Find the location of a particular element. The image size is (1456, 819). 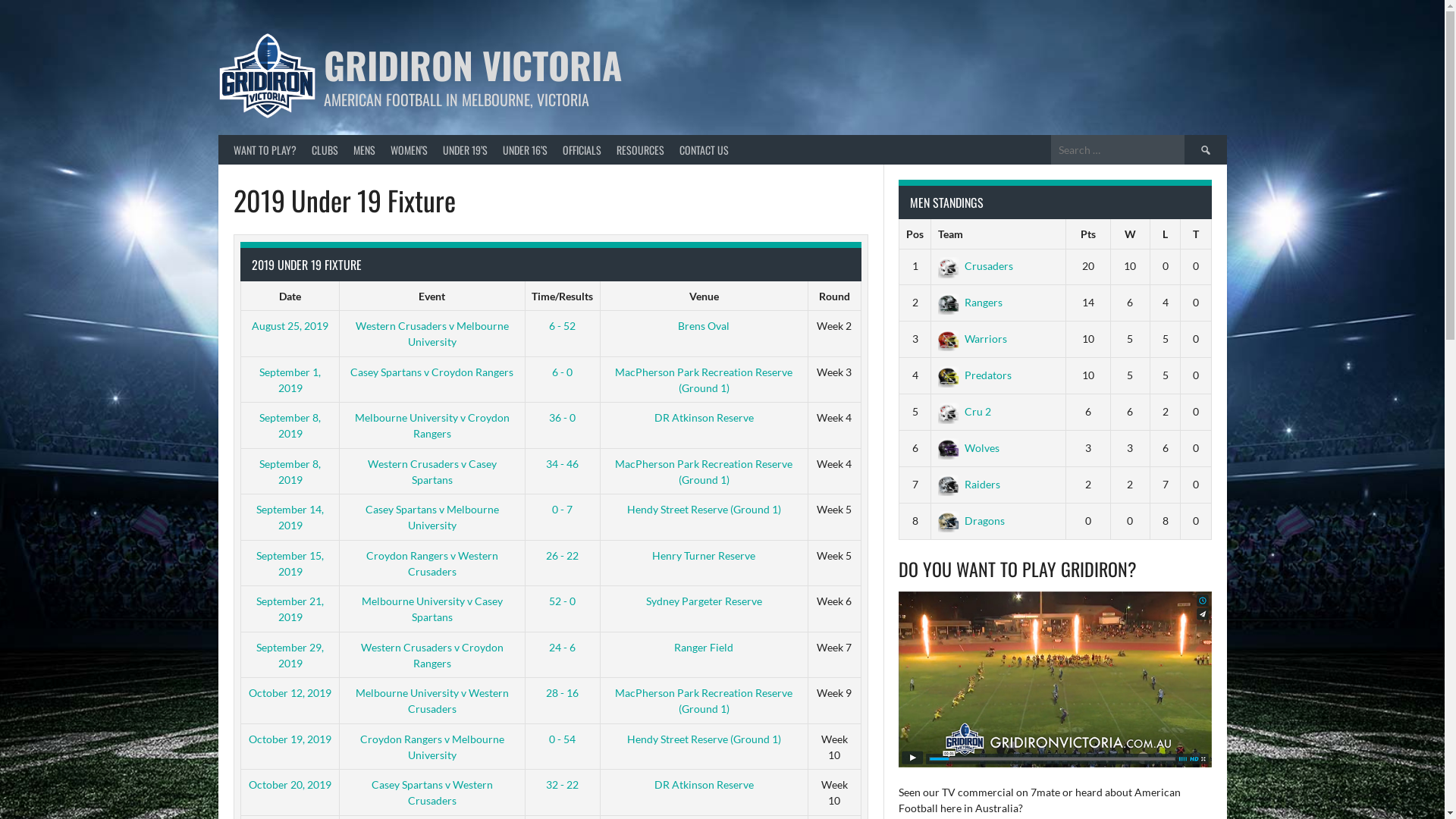

'Sydney Pargeter Reserve' is located at coordinates (703, 600).